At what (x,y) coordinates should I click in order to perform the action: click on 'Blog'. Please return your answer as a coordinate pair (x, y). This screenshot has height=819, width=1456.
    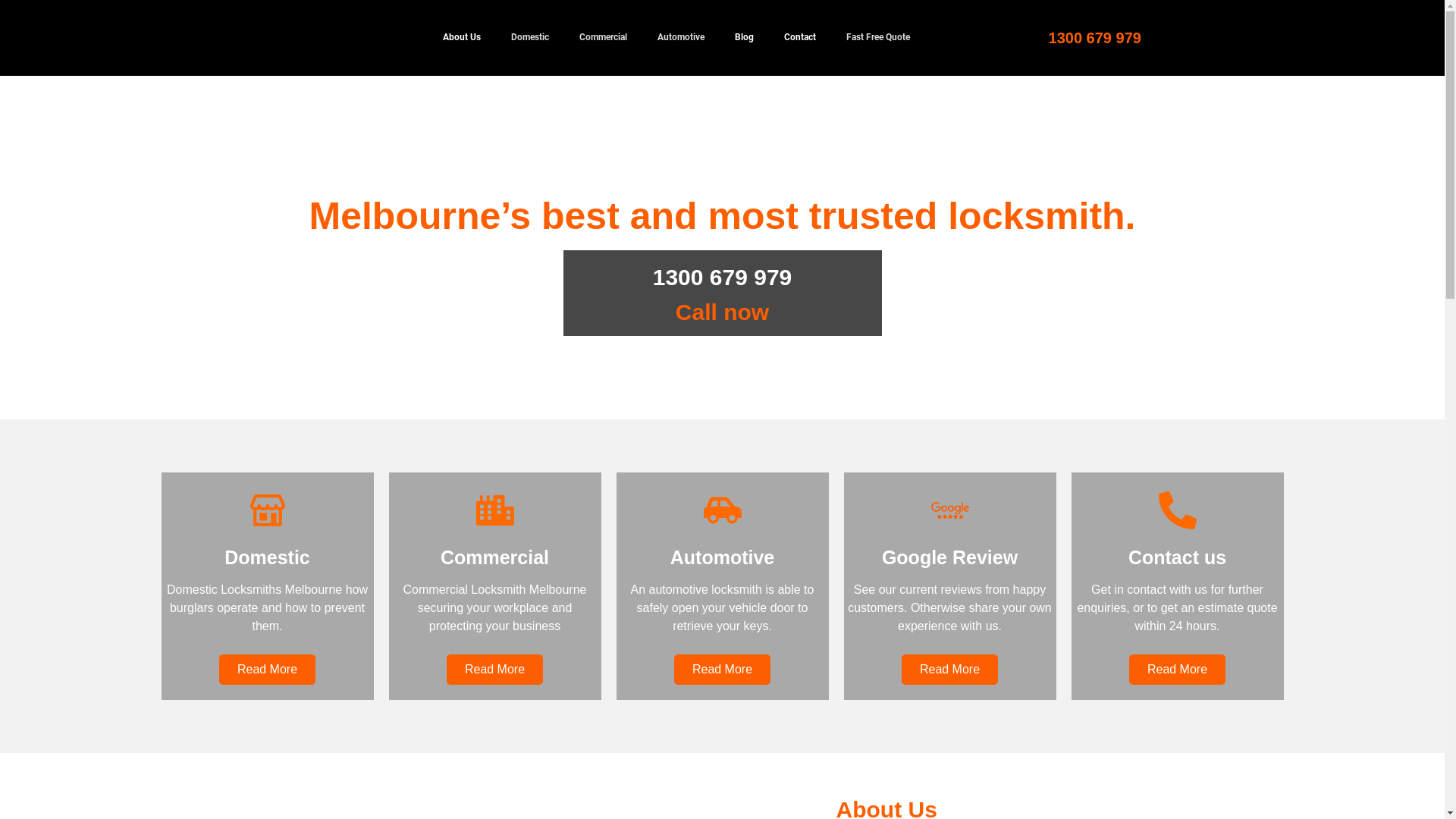
    Looking at the image, I should click on (743, 37).